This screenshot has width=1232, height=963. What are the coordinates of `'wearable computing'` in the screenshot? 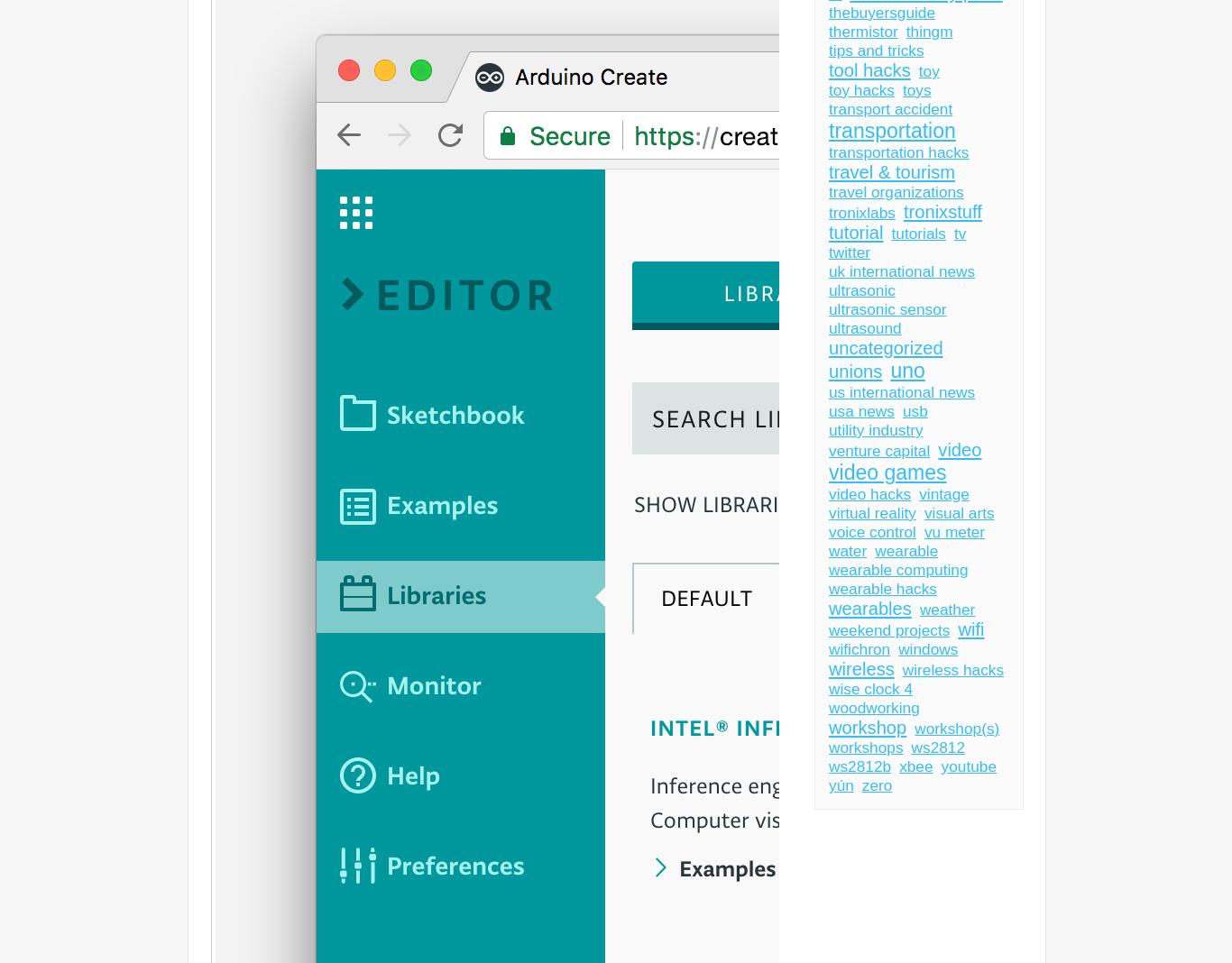 It's located at (897, 569).